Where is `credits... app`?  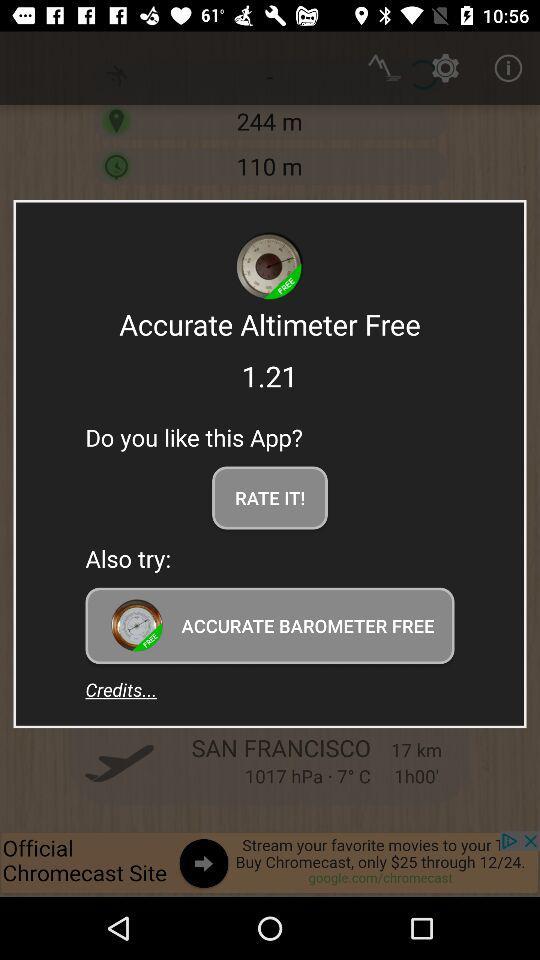 credits... app is located at coordinates (121, 689).